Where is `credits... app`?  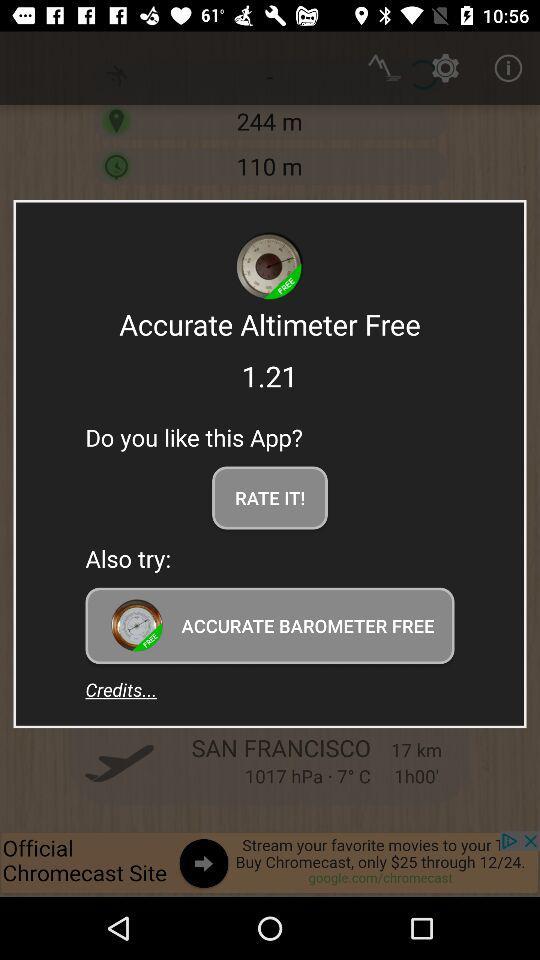 credits... app is located at coordinates (121, 689).